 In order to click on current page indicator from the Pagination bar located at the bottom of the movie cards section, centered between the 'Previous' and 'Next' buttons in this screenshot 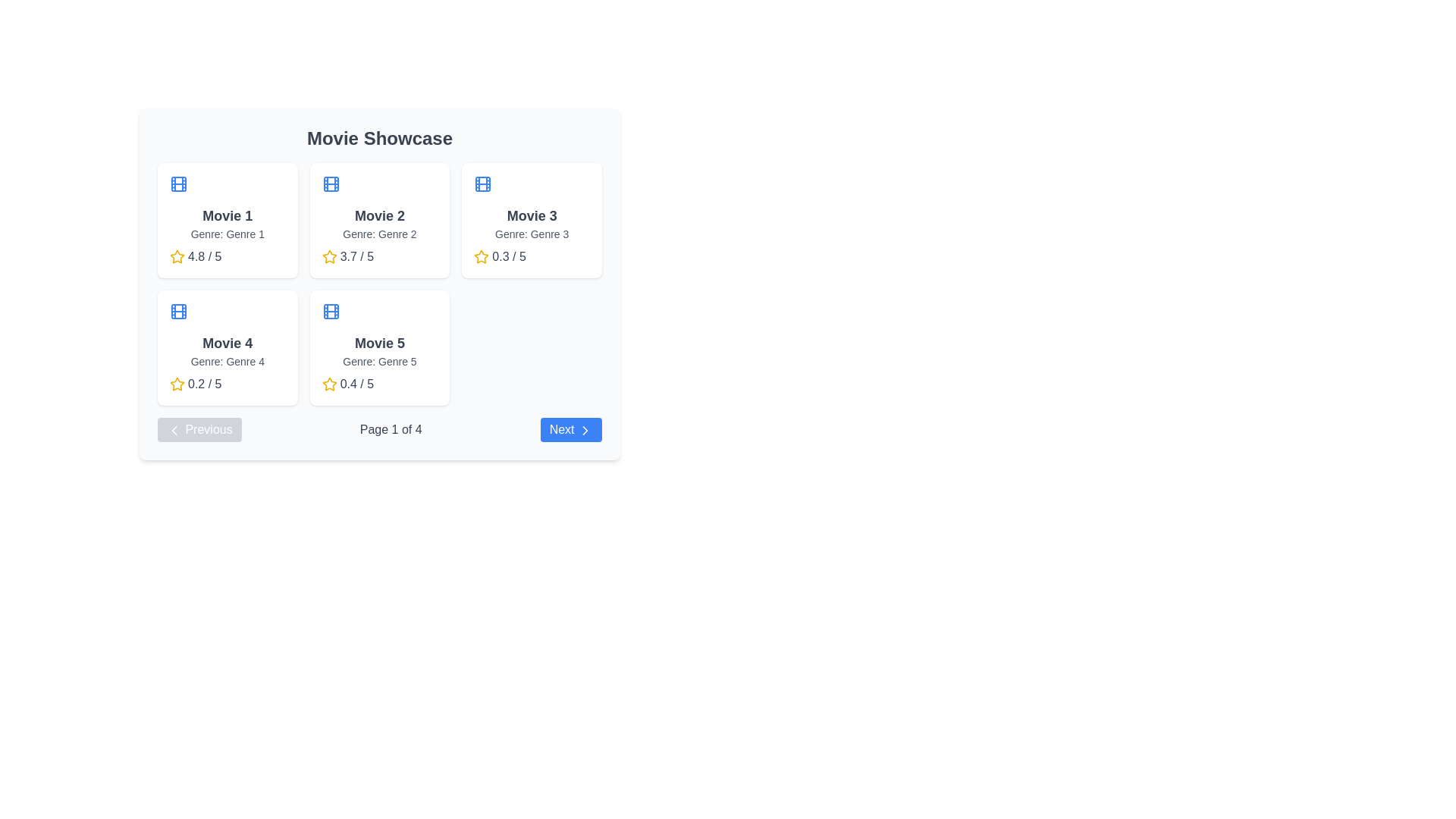, I will do `click(379, 430)`.